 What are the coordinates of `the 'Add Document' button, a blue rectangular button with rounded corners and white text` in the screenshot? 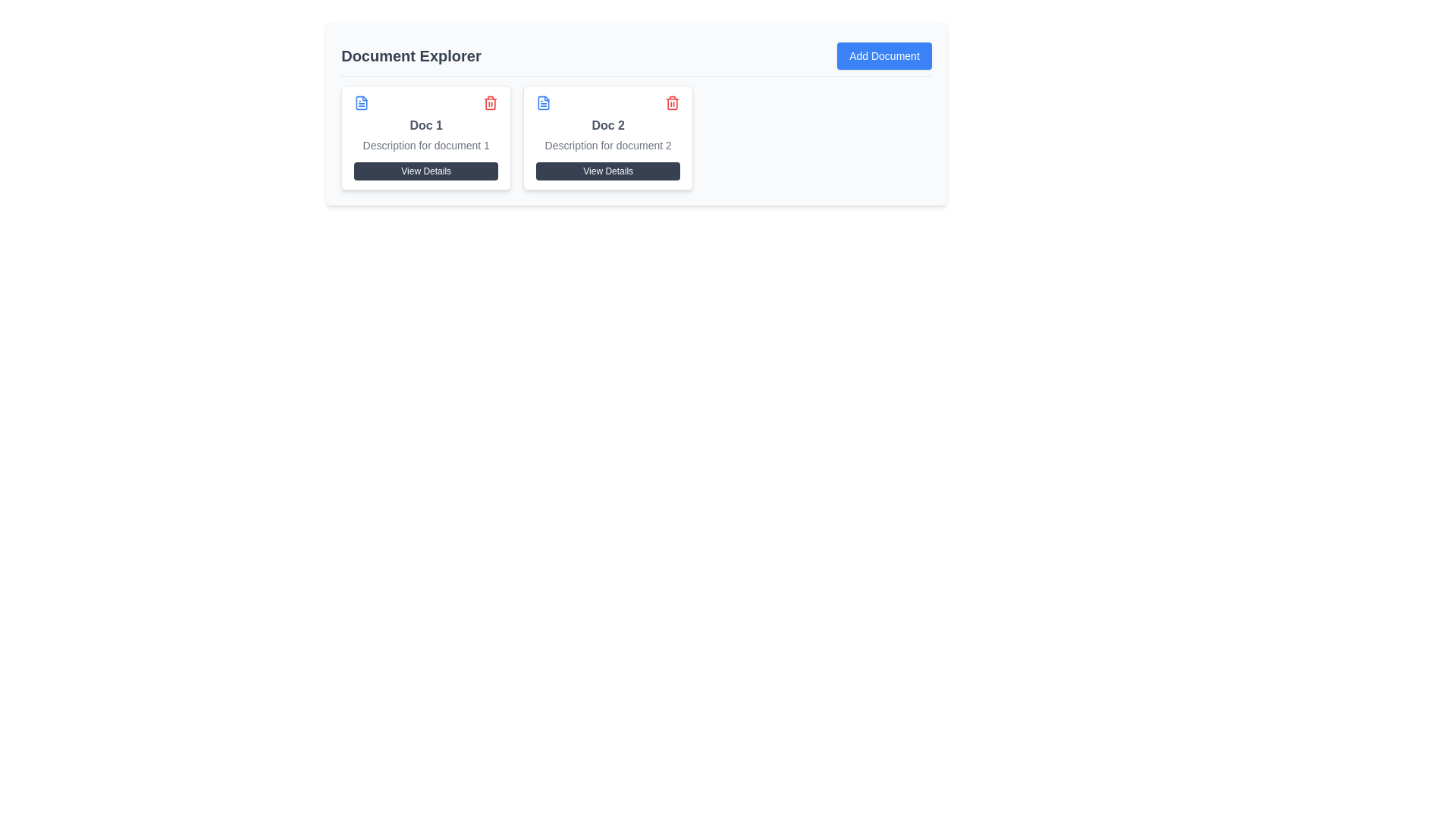 It's located at (884, 55).